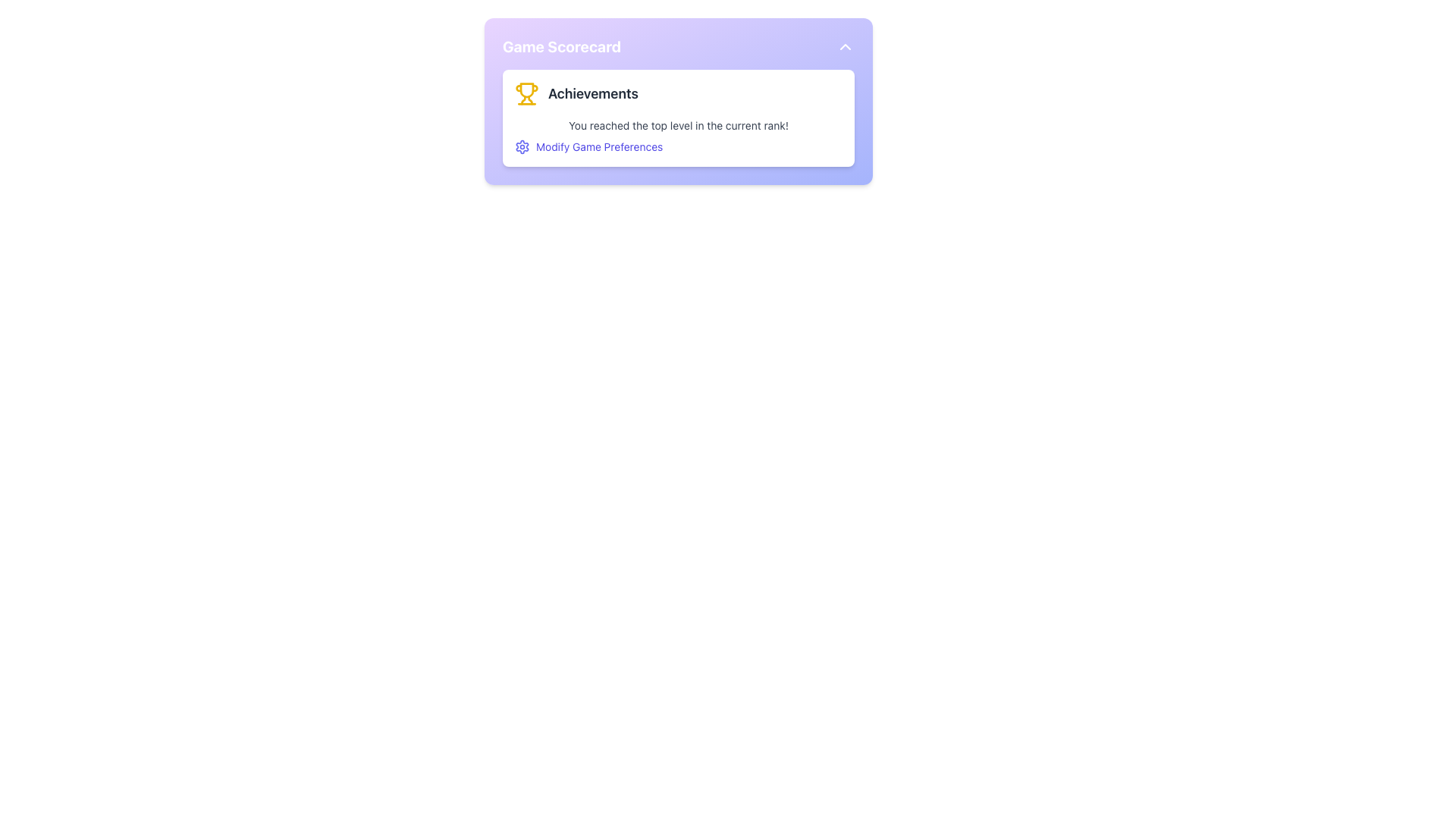 The image size is (1456, 819). Describe the element at coordinates (677, 124) in the screenshot. I see `the static text that says 'You reached the top level in the current rank!' located under the 'Achievements' heading on a purple card` at that location.